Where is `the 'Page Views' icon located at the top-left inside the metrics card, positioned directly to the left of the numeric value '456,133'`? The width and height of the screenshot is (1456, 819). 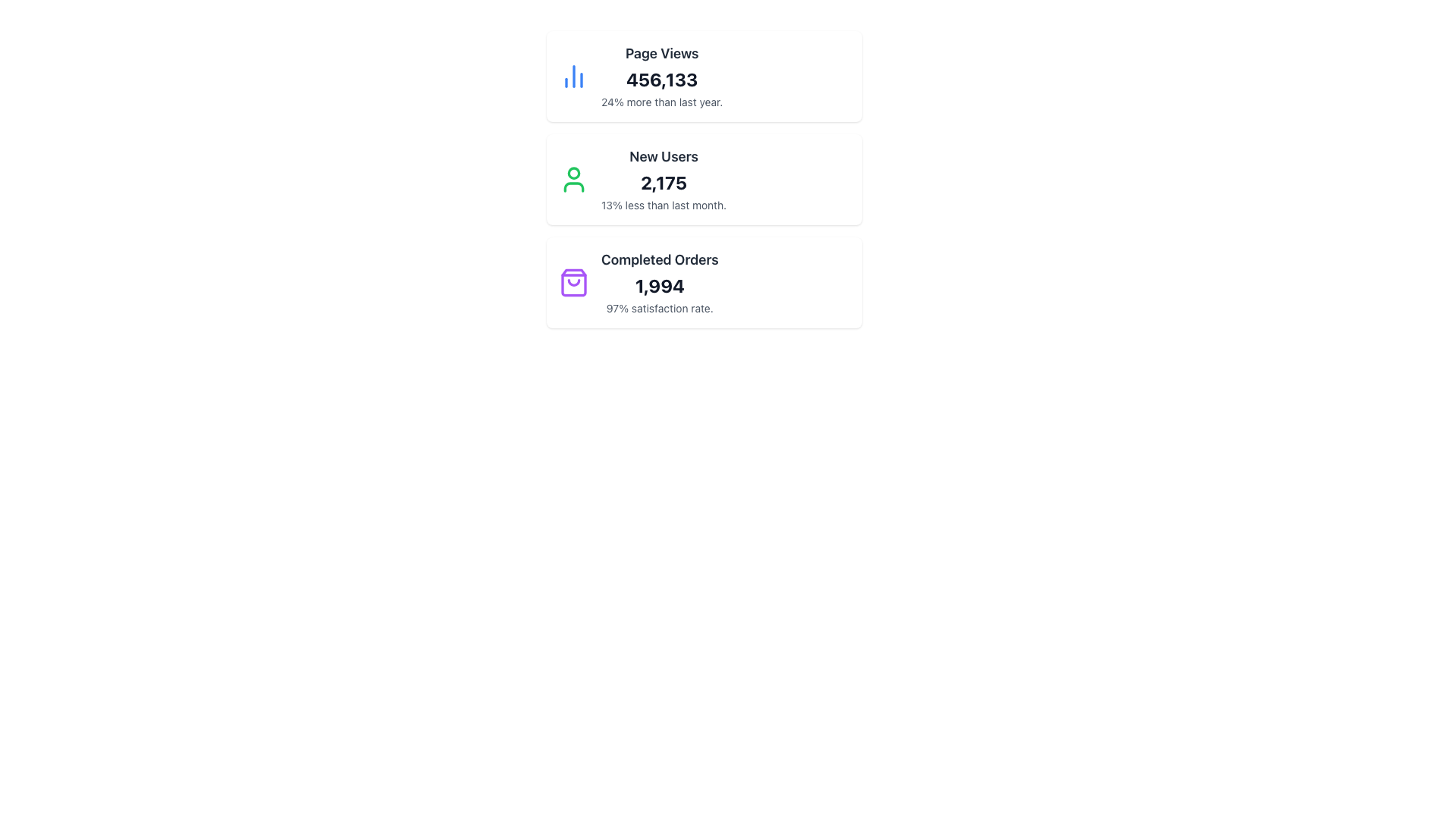 the 'Page Views' icon located at the top-left inside the metrics card, positioned directly to the left of the numeric value '456,133' is located at coordinates (573, 76).